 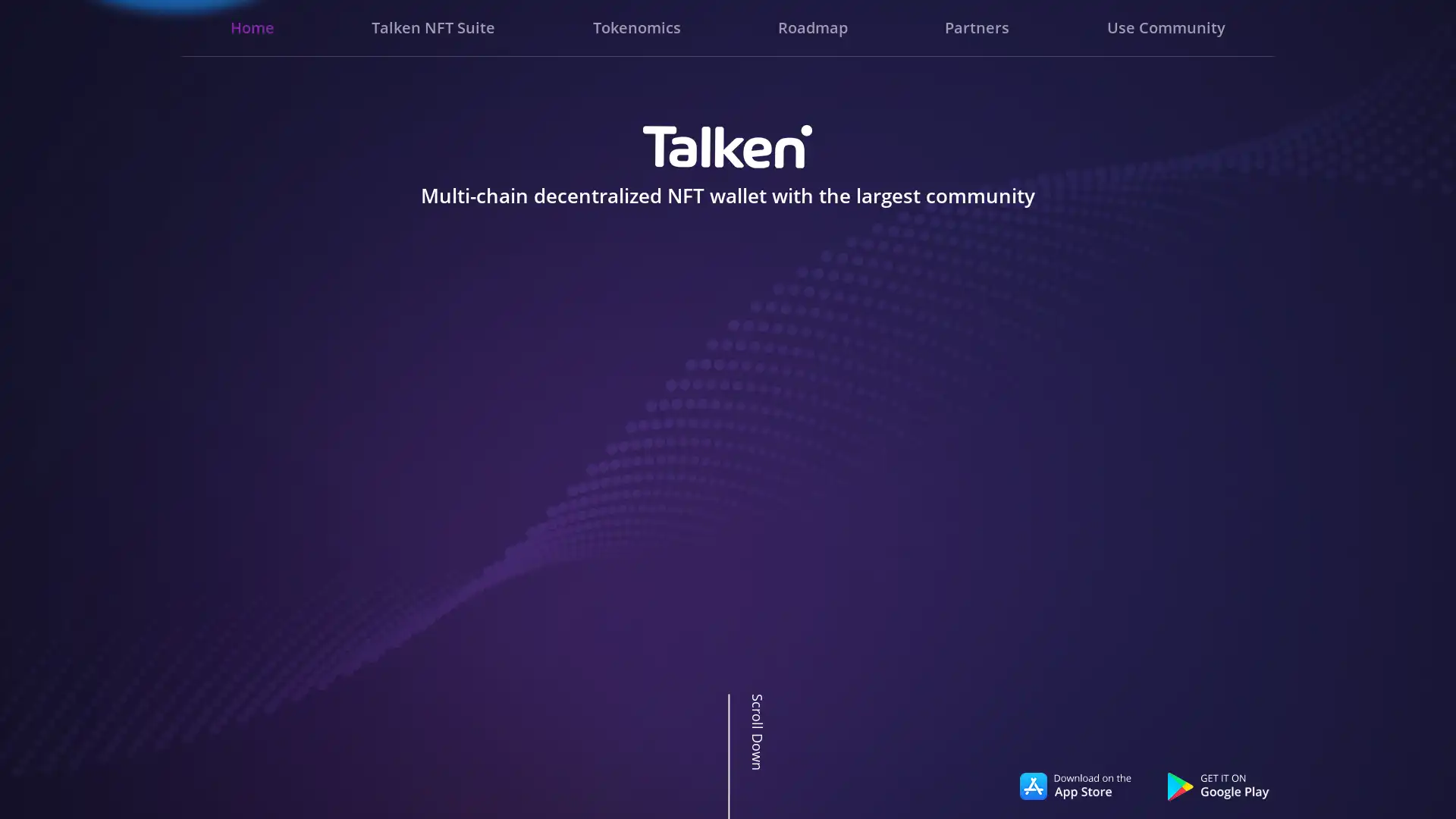 I want to click on Go to slide 1, so click(x=237, y=643).